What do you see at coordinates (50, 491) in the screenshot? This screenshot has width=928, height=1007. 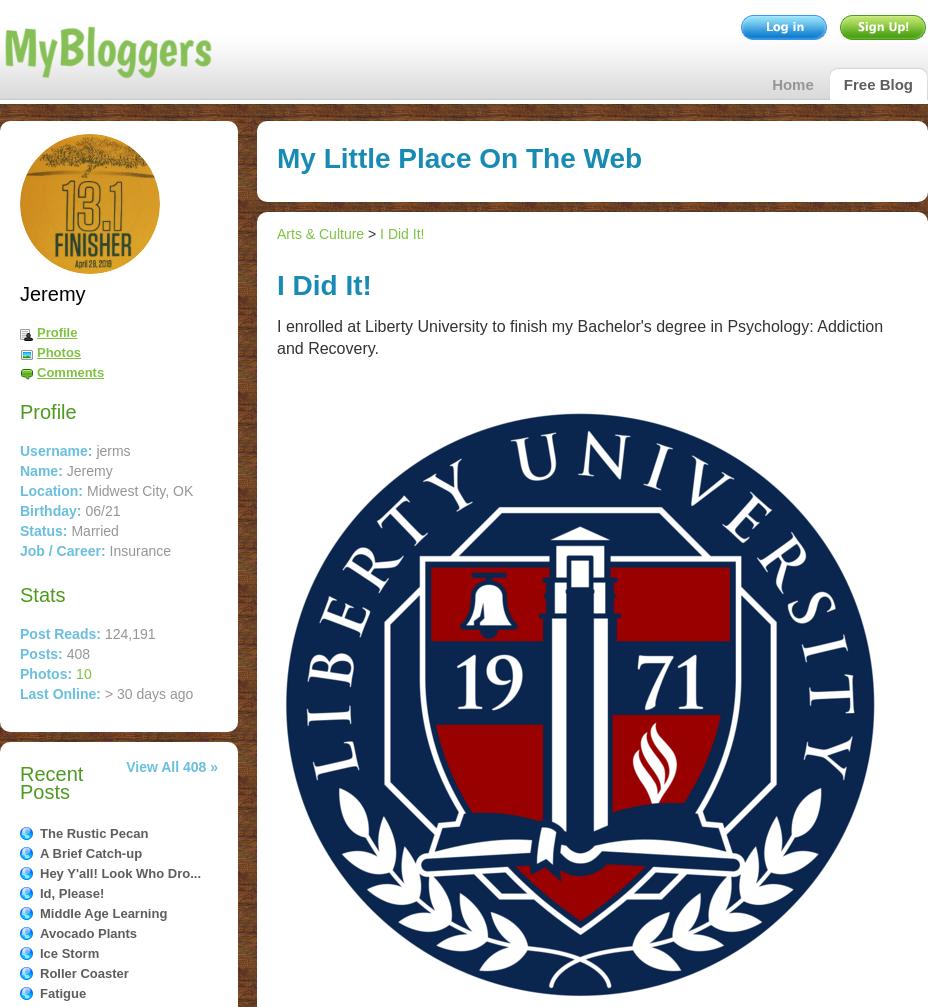 I see `'Location:'` at bounding box center [50, 491].